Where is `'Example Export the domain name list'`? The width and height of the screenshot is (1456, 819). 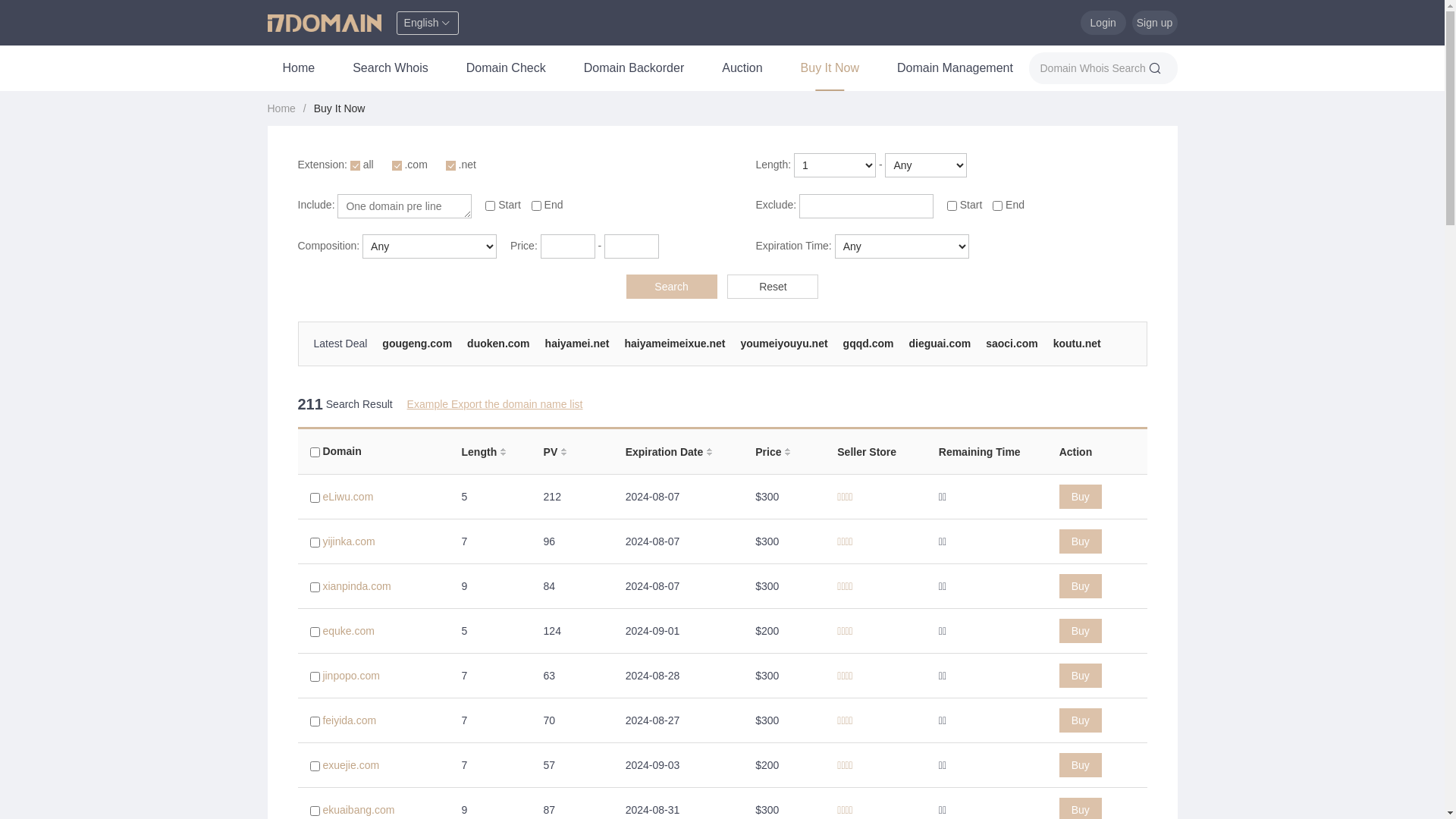
'Example Export the domain name list' is located at coordinates (494, 403).